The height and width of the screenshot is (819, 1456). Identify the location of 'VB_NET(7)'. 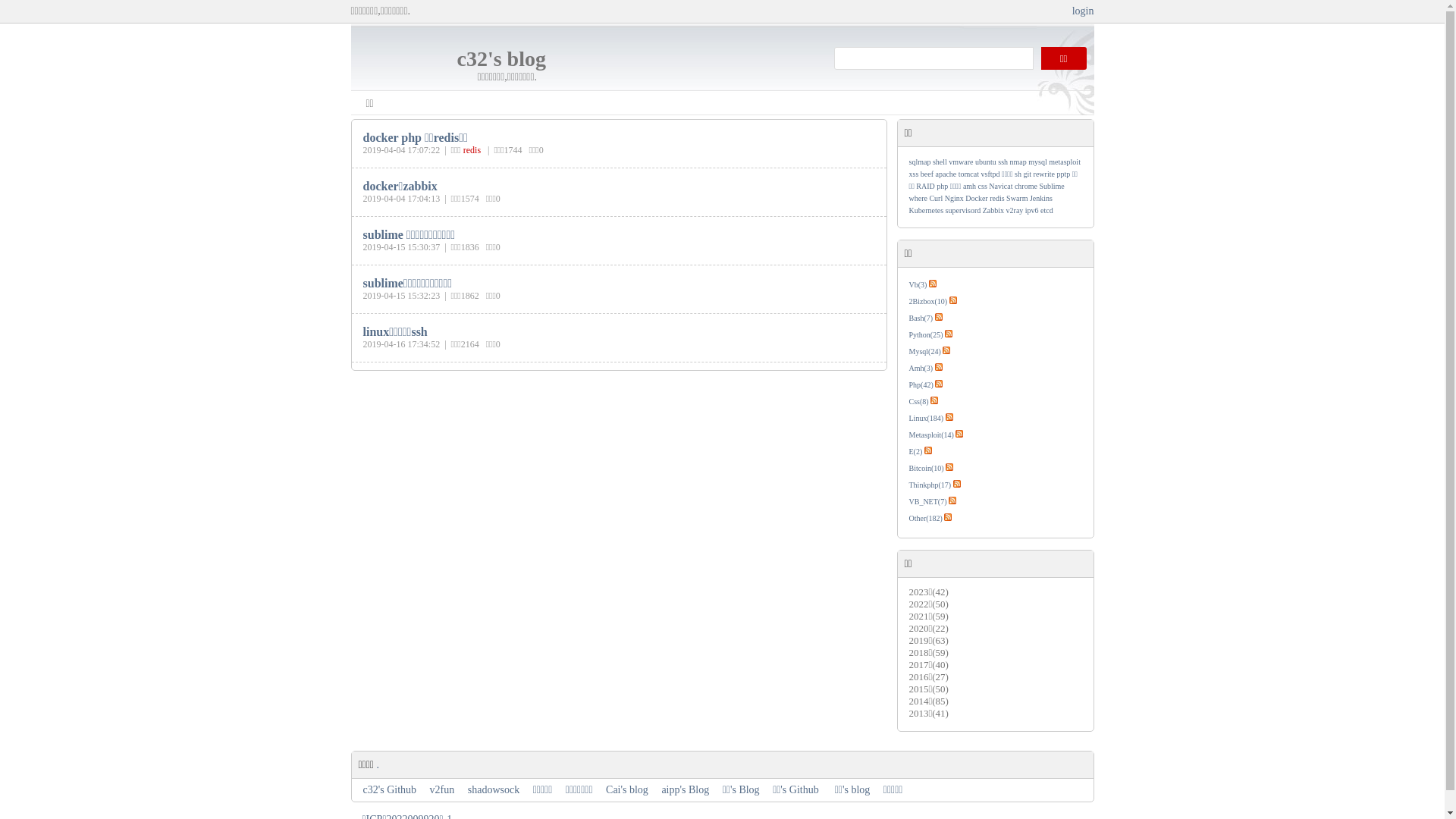
(927, 501).